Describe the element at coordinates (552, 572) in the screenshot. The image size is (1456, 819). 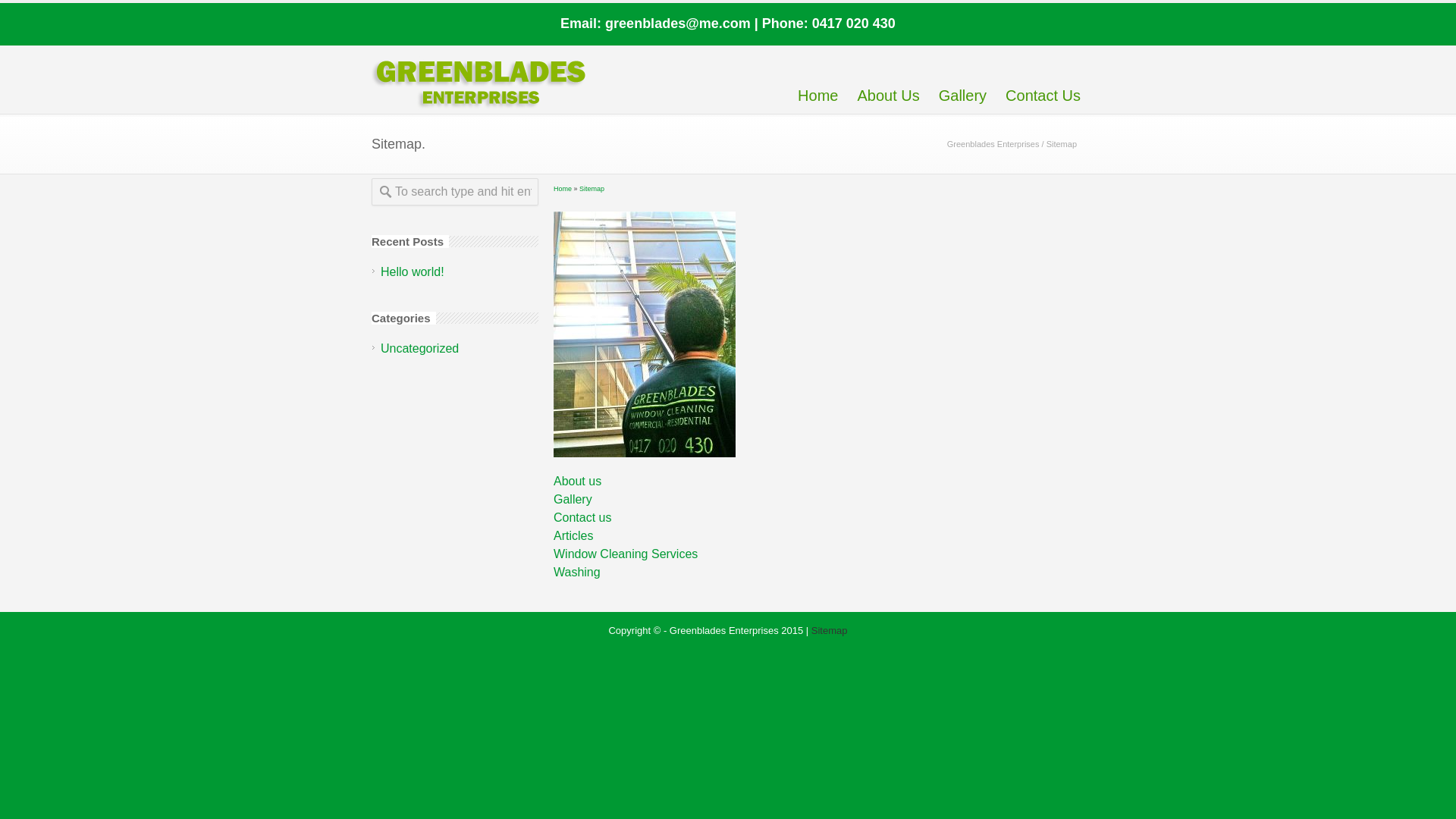
I see `'Washing'` at that location.